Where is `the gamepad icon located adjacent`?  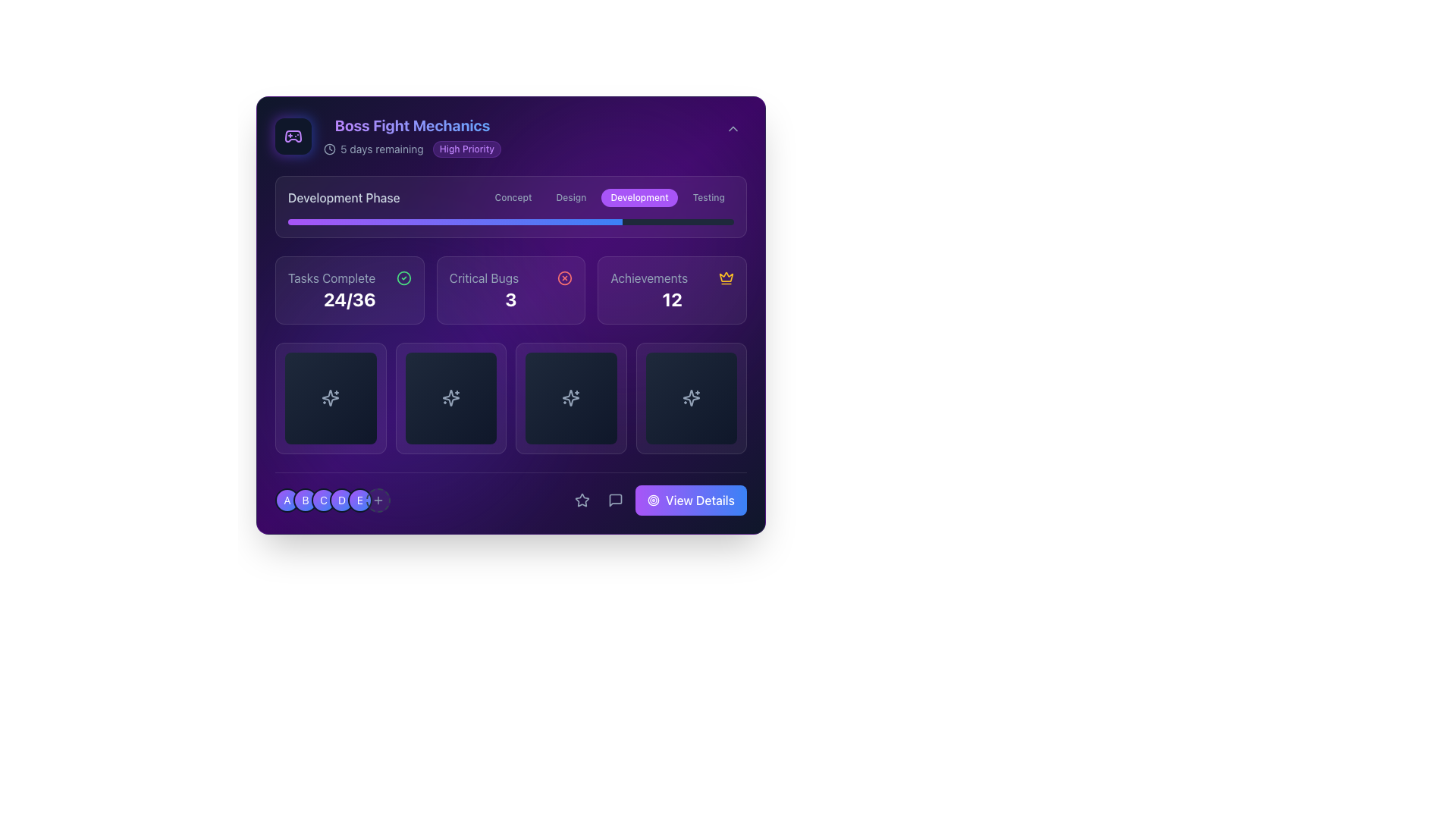
the gamepad icon located adjacent is located at coordinates (293, 136).